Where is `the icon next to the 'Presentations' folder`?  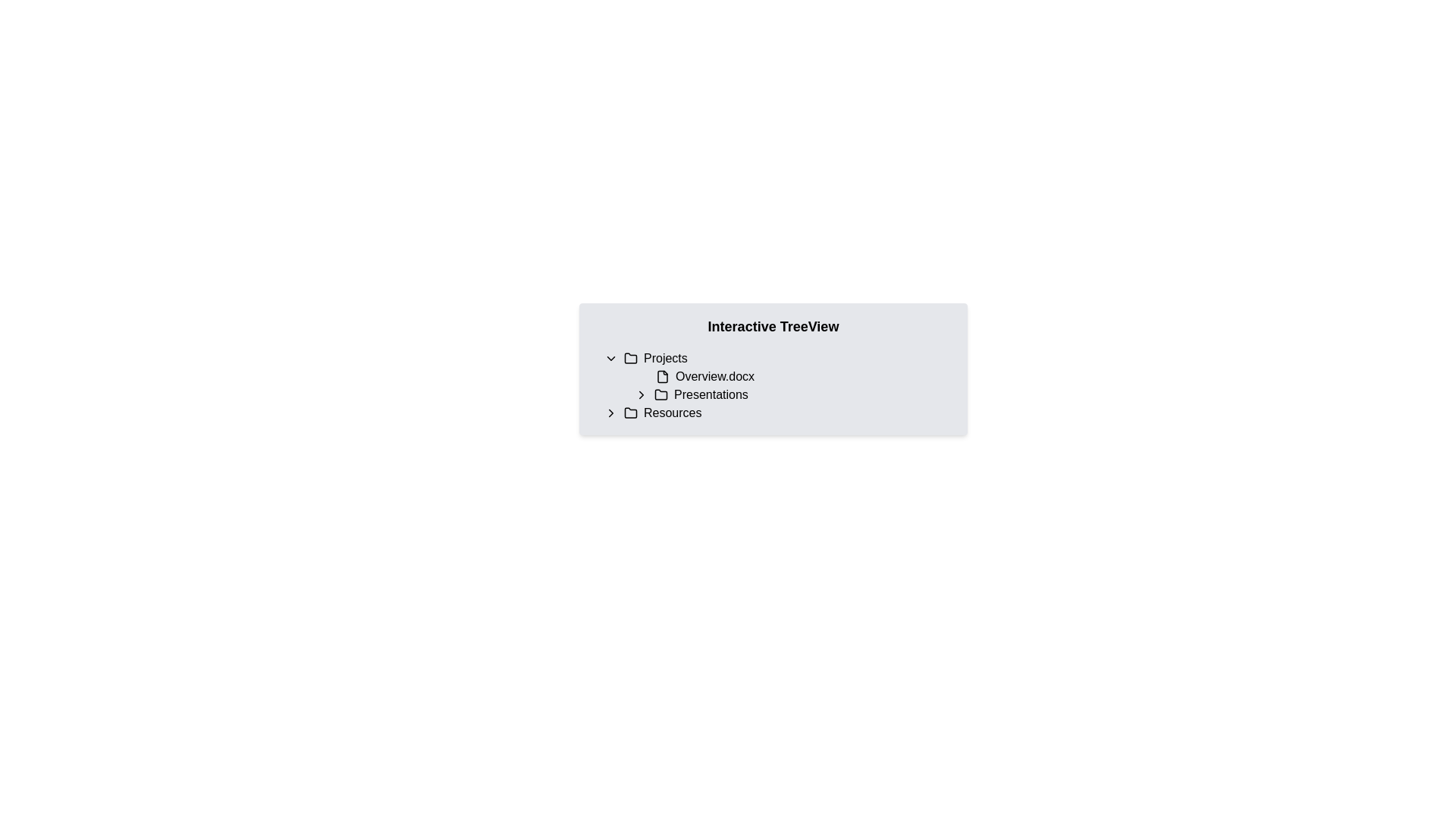
the icon next to the 'Presentations' folder is located at coordinates (611, 413).